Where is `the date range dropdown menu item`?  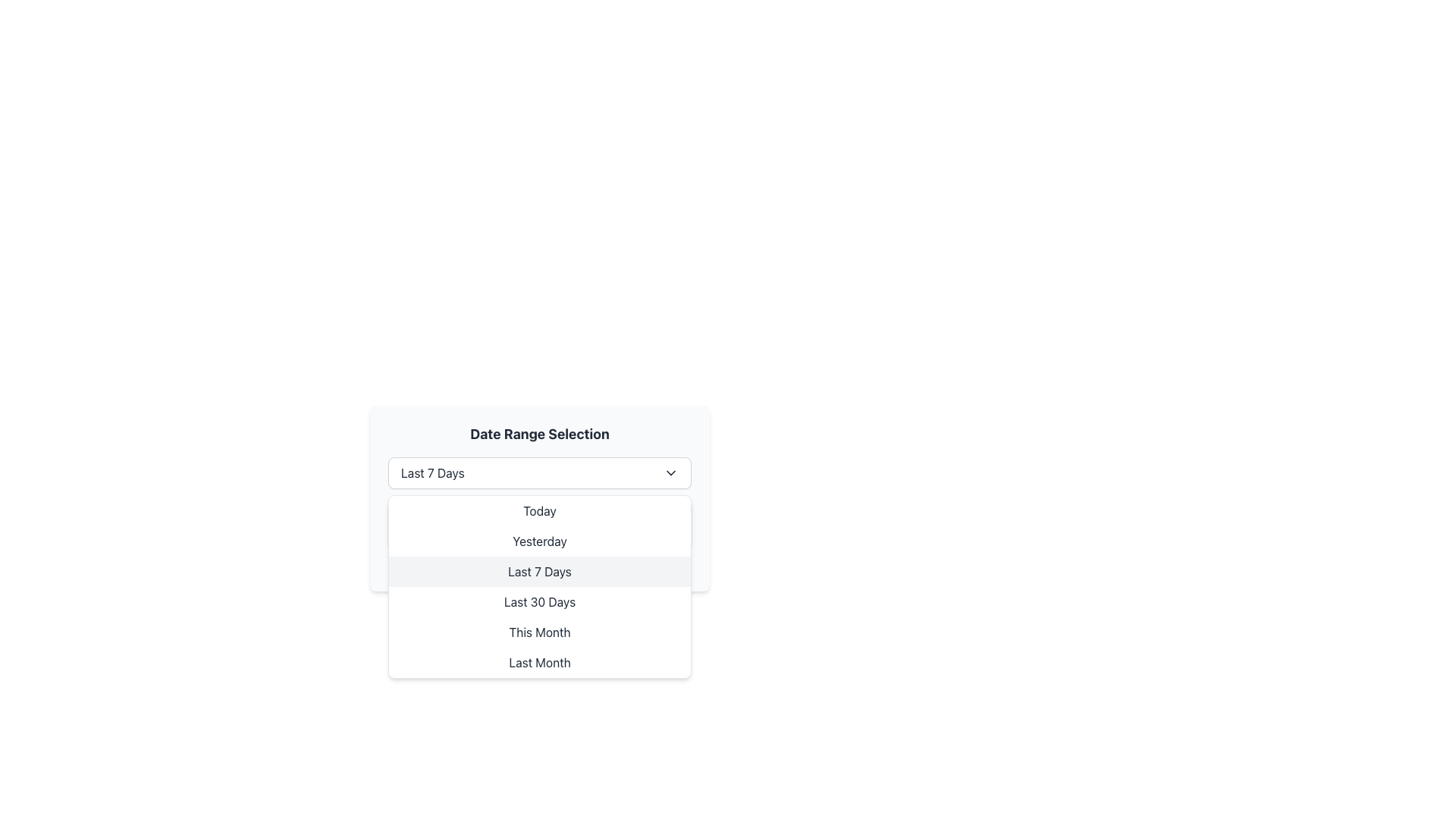
the date range dropdown menu item is located at coordinates (539, 578).